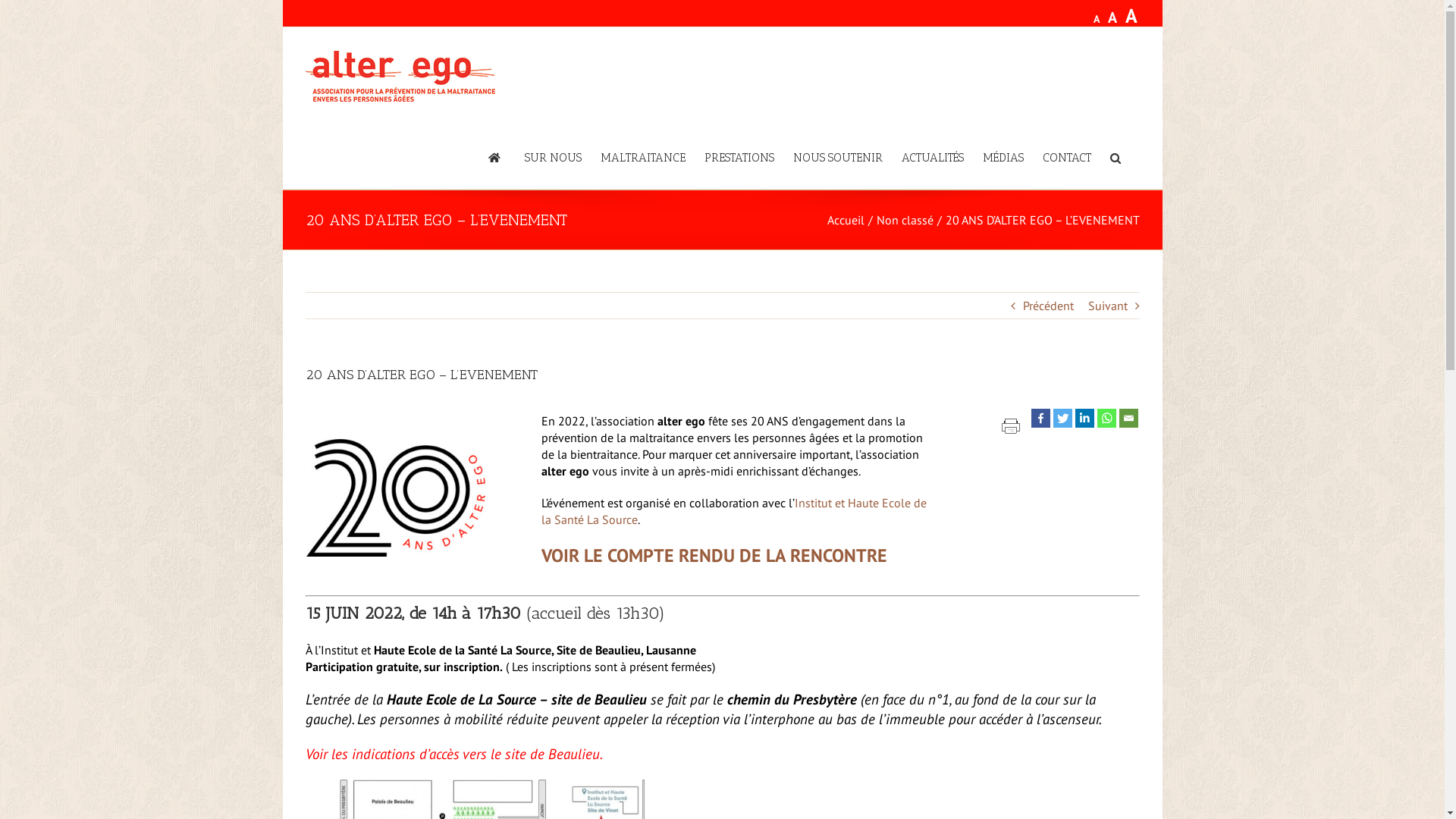 This screenshot has width=1456, height=819. Describe the element at coordinates (1084, 418) in the screenshot. I see `'Linkedin'` at that location.